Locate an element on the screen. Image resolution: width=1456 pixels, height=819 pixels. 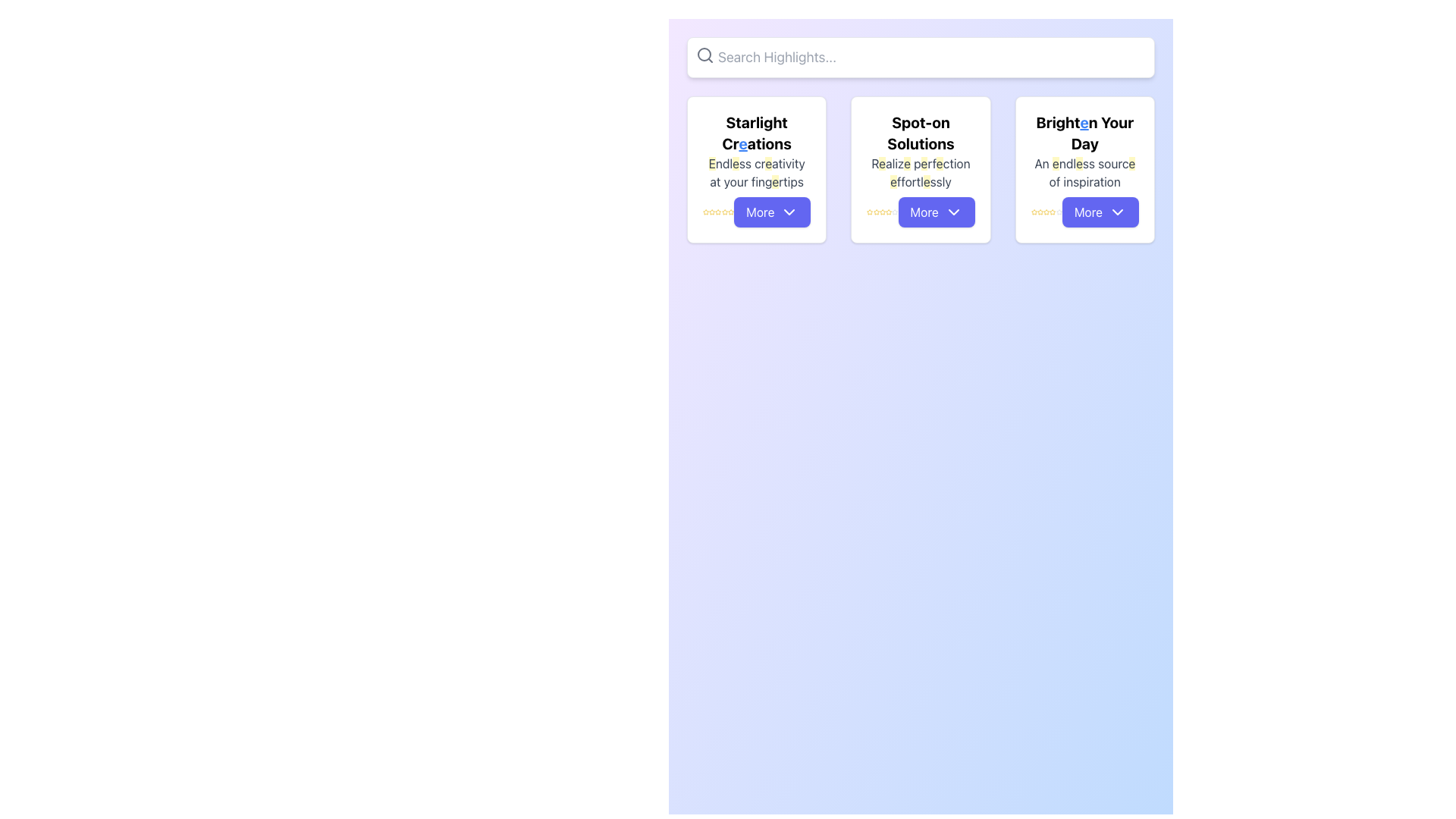
the static text element containing 'ffortl', which is located in the second row of text within the card titled 'Spot-on Solutions'. This text is the fourth word in its line is located at coordinates (910, 180).